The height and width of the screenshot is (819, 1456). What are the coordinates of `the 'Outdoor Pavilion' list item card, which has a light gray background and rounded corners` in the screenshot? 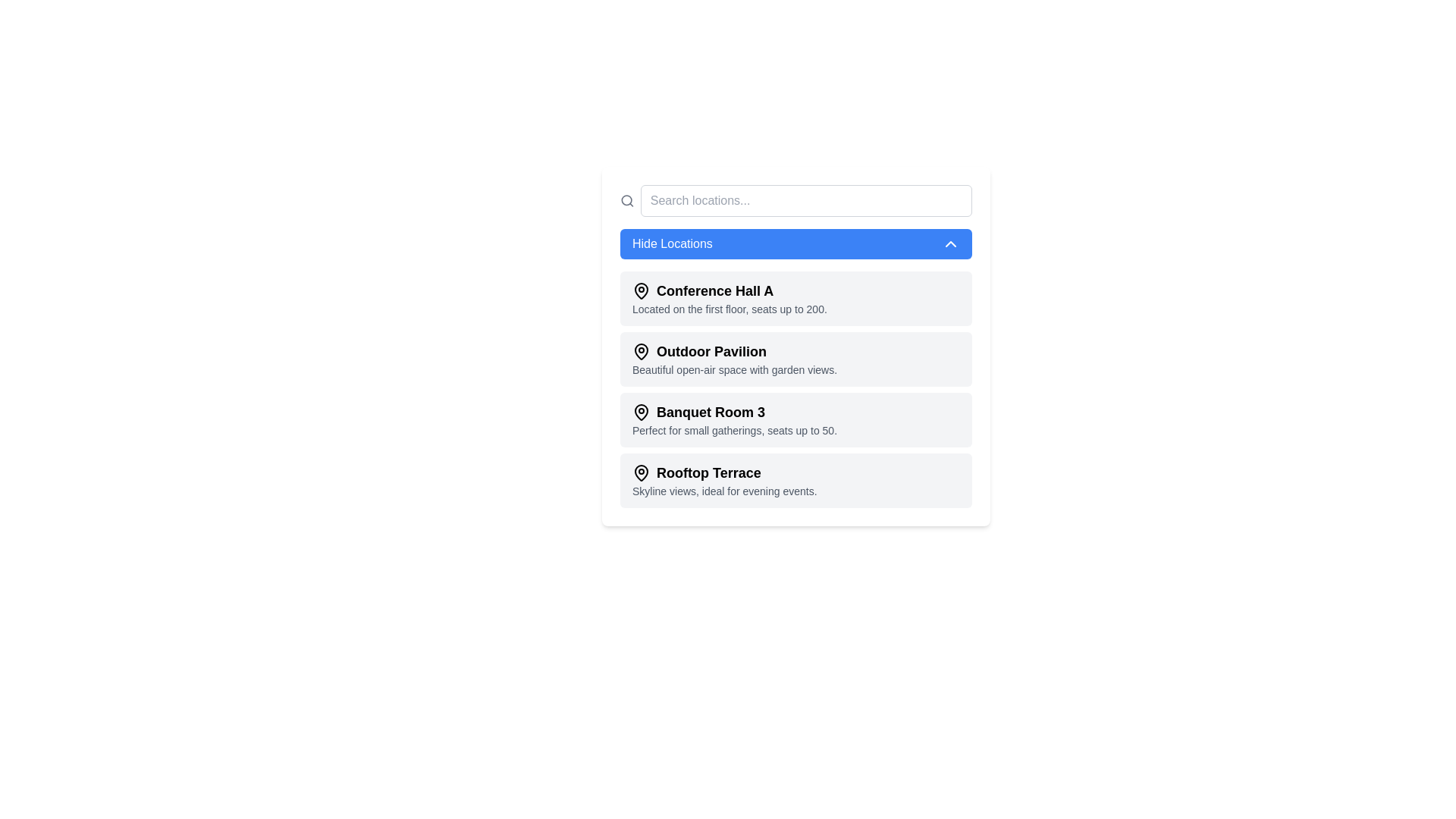 It's located at (795, 359).